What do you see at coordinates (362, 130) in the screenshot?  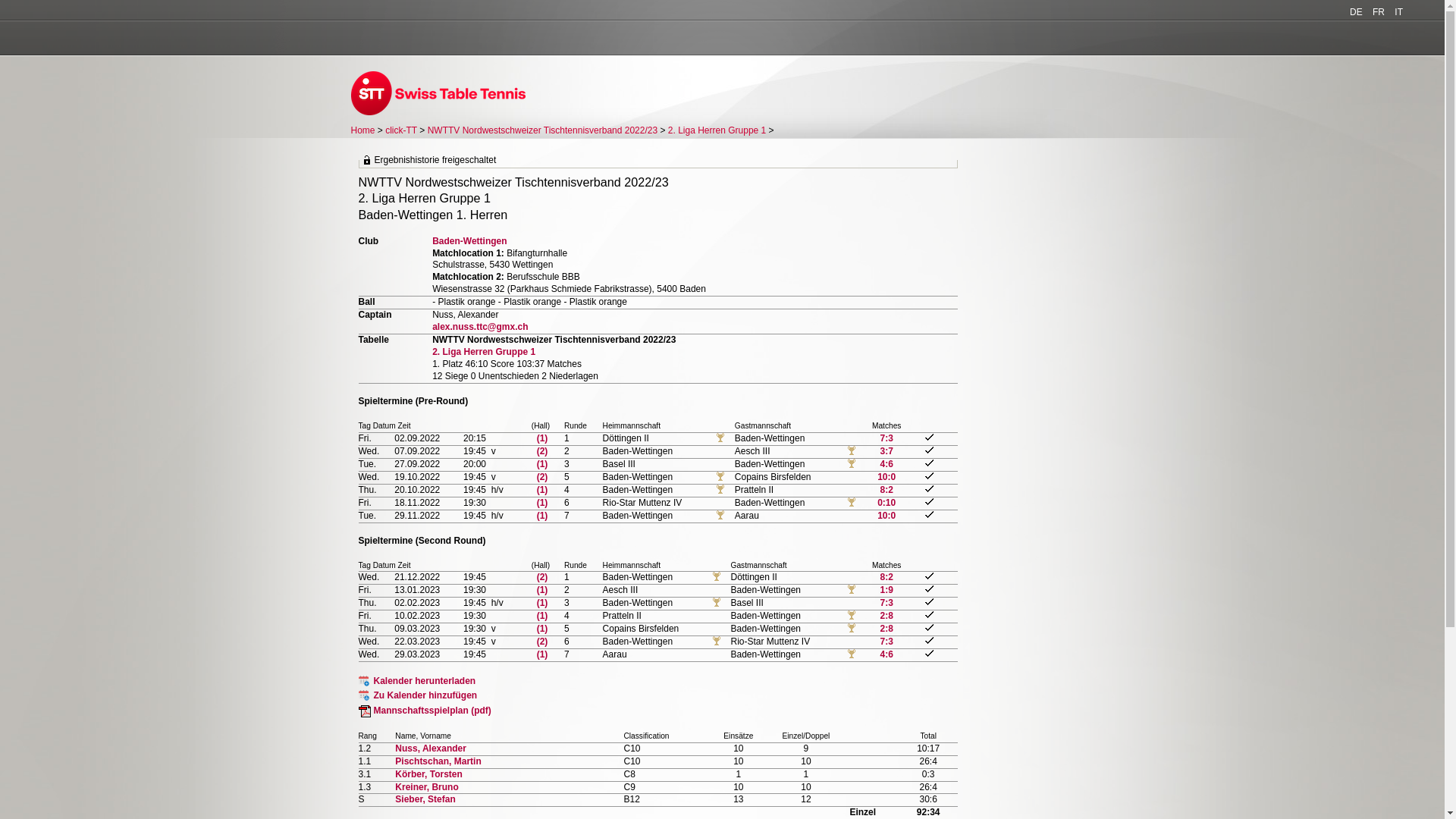 I see `'Home'` at bounding box center [362, 130].